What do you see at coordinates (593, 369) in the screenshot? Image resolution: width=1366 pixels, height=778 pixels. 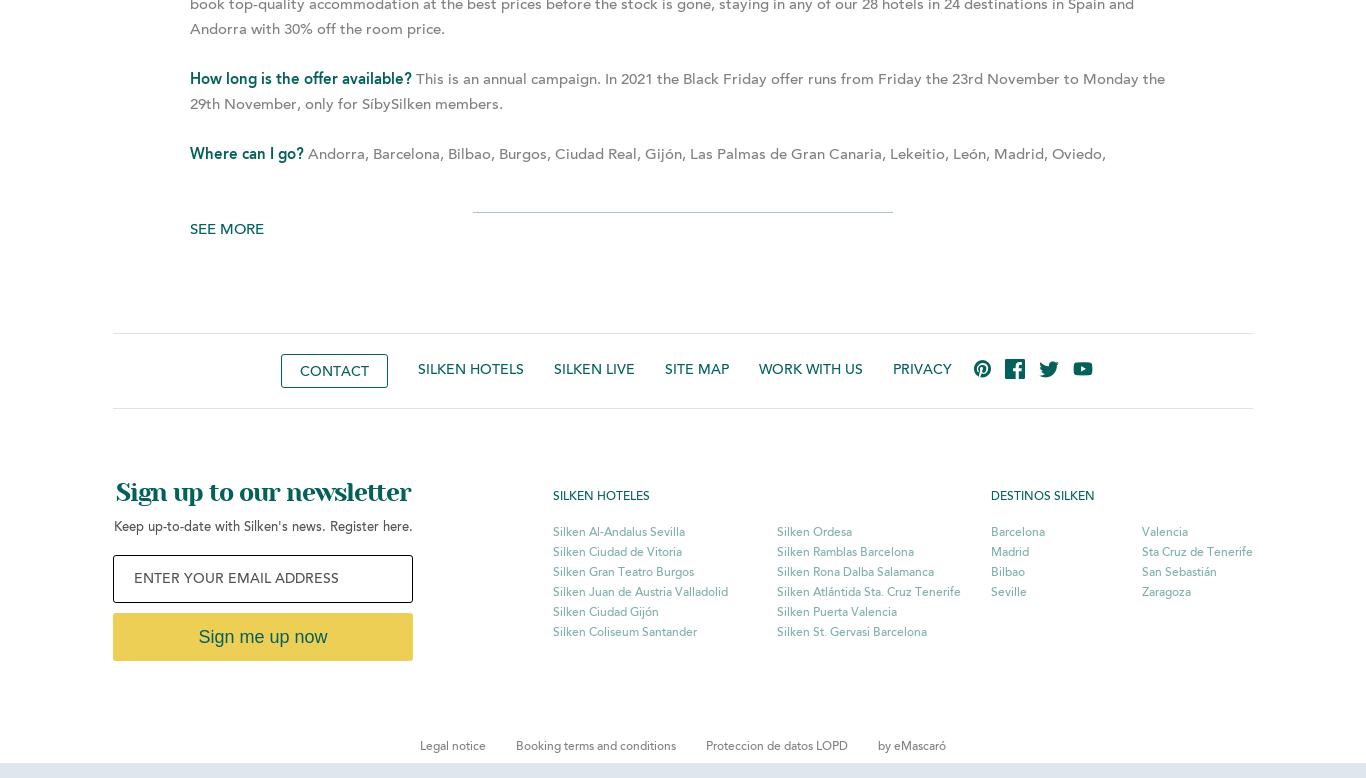 I see `'Silken live'` at bounding box center [593, 369].